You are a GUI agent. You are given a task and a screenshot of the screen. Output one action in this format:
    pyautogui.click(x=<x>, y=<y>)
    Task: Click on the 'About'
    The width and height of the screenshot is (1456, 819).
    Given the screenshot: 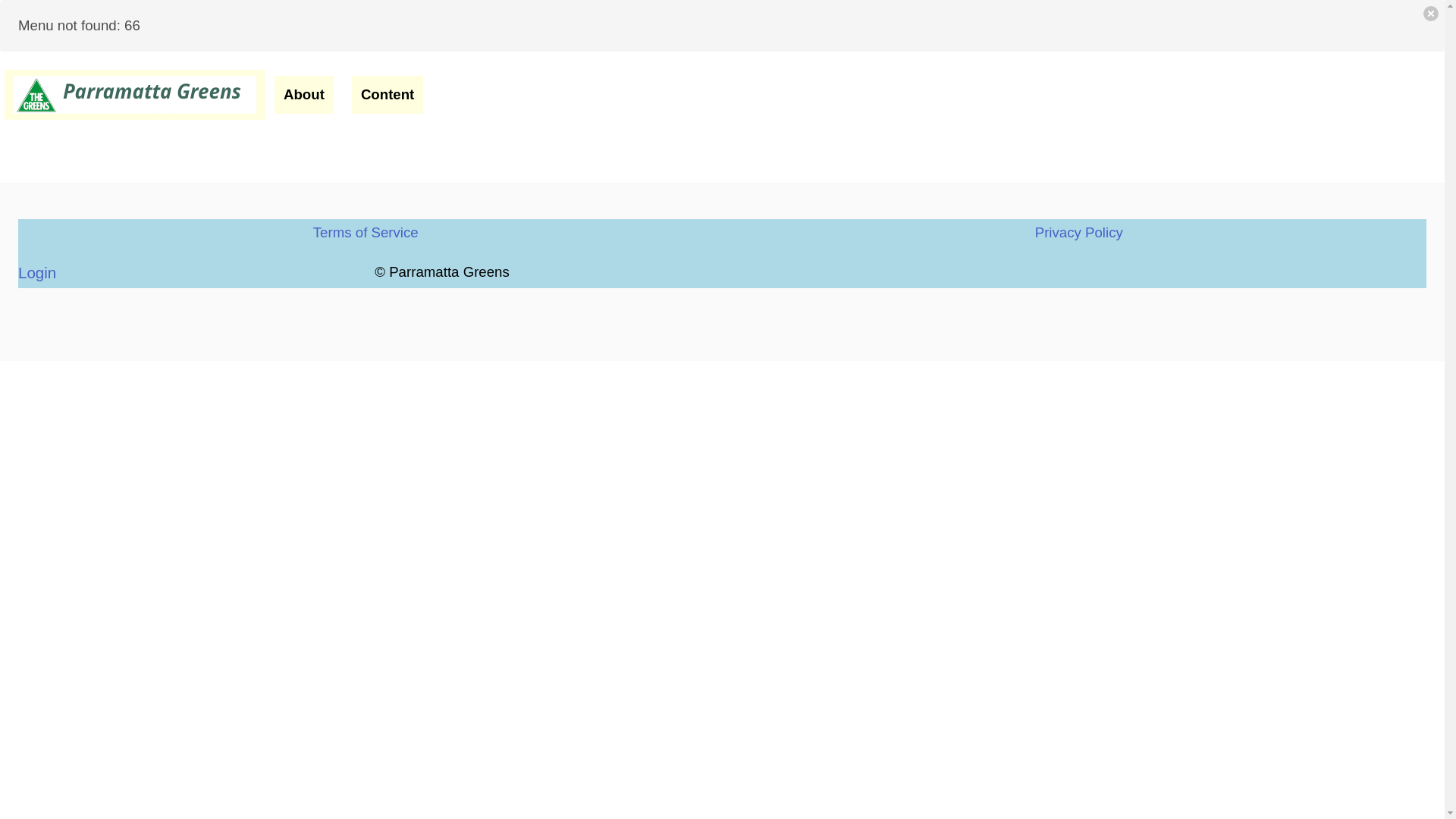 What is the action you would take?
    pyautogui.click(x=303, y=94)
    